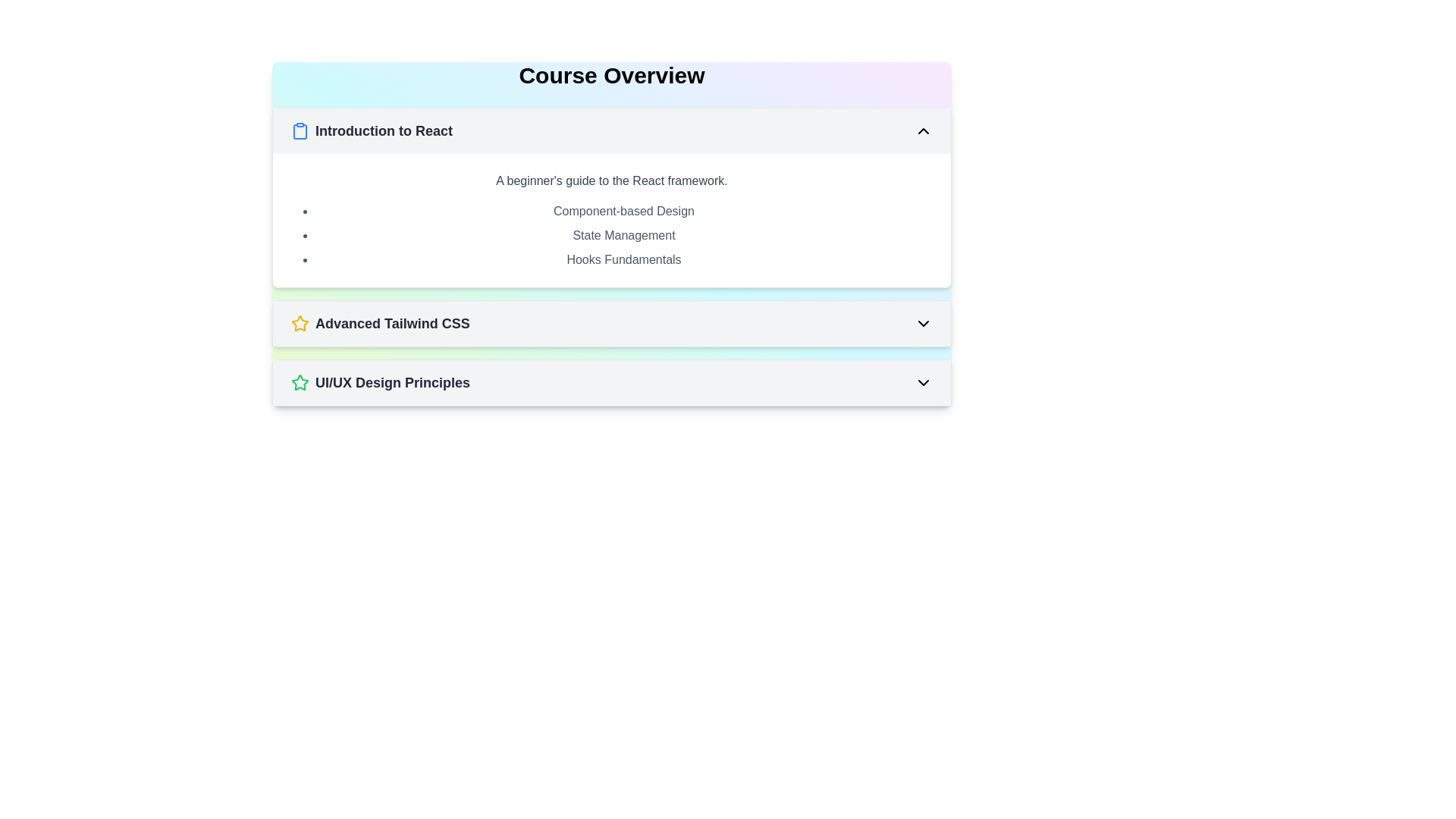 The image size is (1456, 819). What do you see at coordinates (923, 130) in the screenshot?
I see `the chevron icon representing upward direction located to the right of the 'Introduction to React' title to observe tooltips or visual effects` at bounding box center [923, 130].